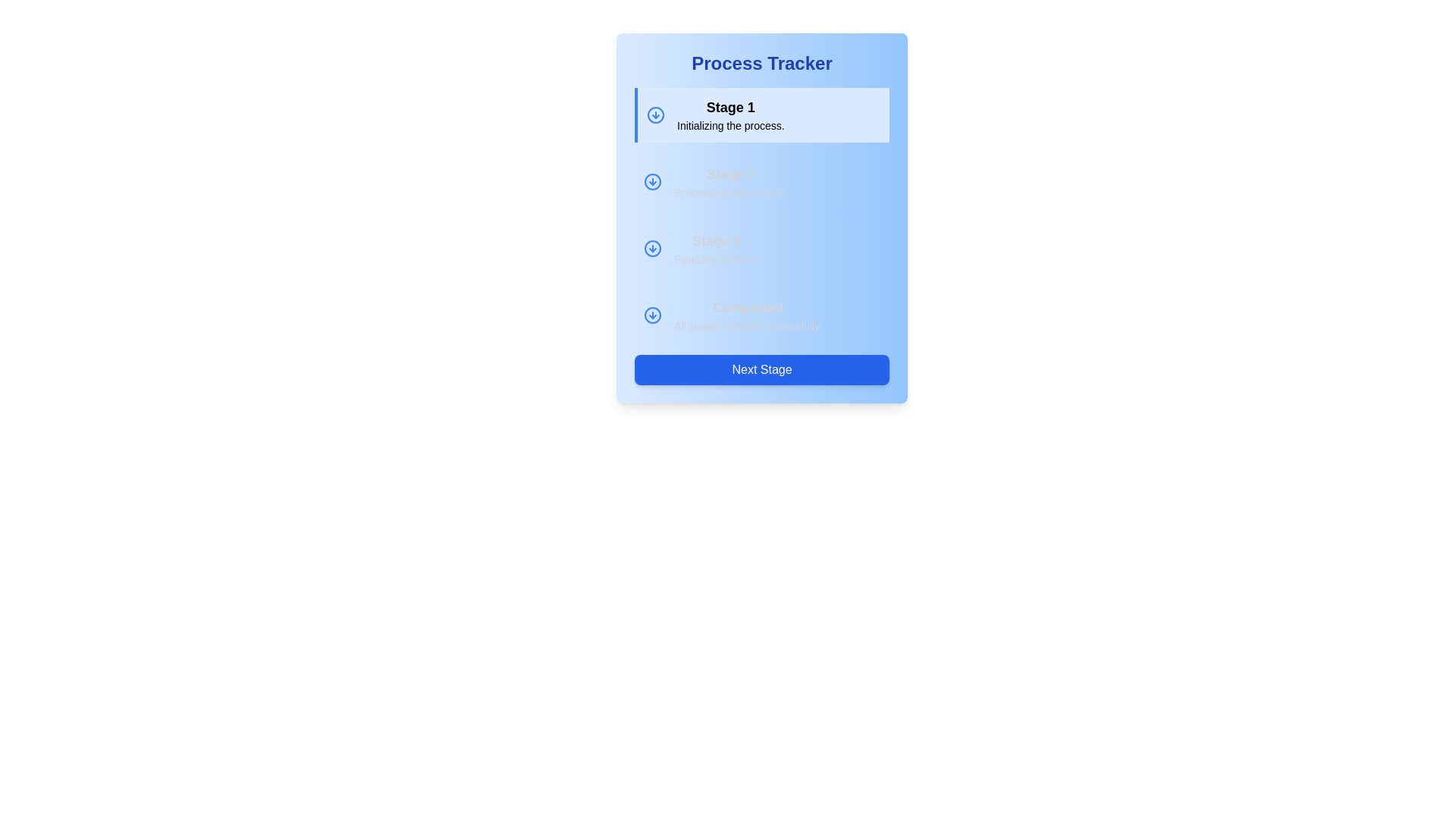 The width and height of the screenshot is (1456, 819). What do you see at coordinates (652, 247) in the screenshot?
I see `keyboard navigation` at bounding box center [652, 247].